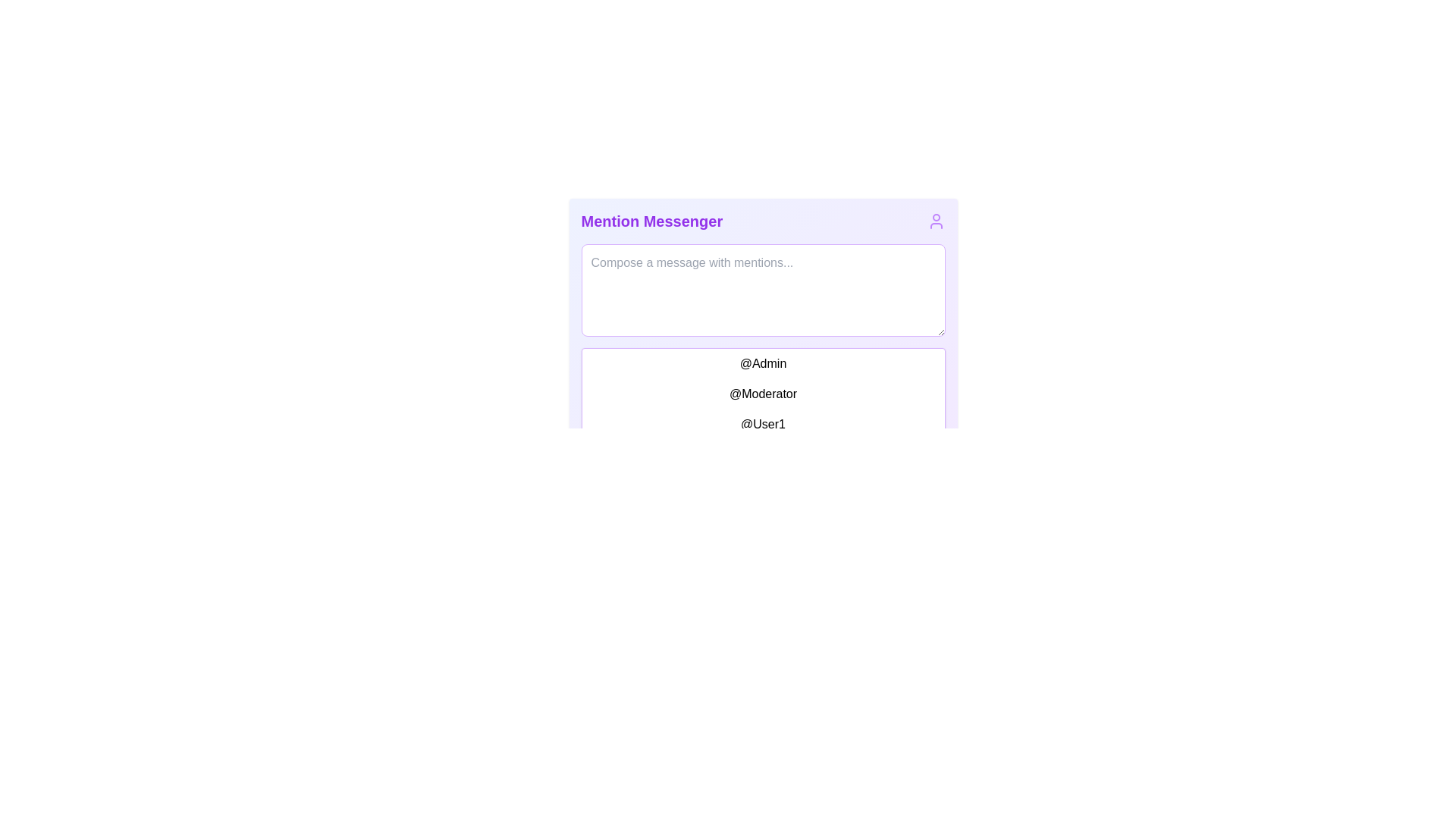  What do you see at coordinates (763, 409) in the screenshot?
I see `the '@User1' entry in the Dropdown menu within the 'Mention Messenger' modal, which features a white background, purple border, and shadowed corners` at bounding box center [763, 409].